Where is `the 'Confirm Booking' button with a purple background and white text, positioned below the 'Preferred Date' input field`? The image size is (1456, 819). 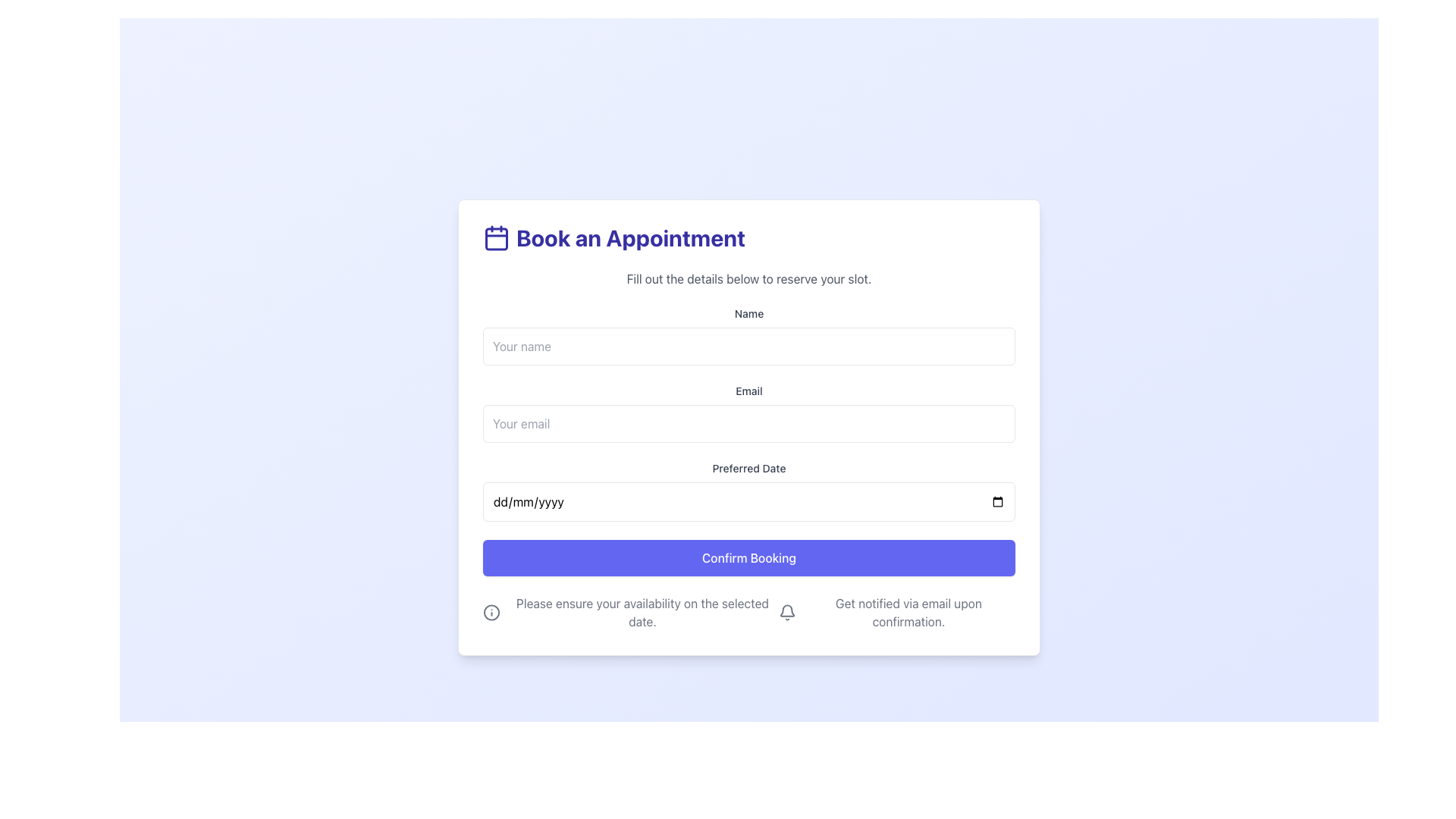 the 'Confirm Booking' button with a purple background and white text, positioned below the 'Preferred Date' input field is located at coordinates (749, 558).